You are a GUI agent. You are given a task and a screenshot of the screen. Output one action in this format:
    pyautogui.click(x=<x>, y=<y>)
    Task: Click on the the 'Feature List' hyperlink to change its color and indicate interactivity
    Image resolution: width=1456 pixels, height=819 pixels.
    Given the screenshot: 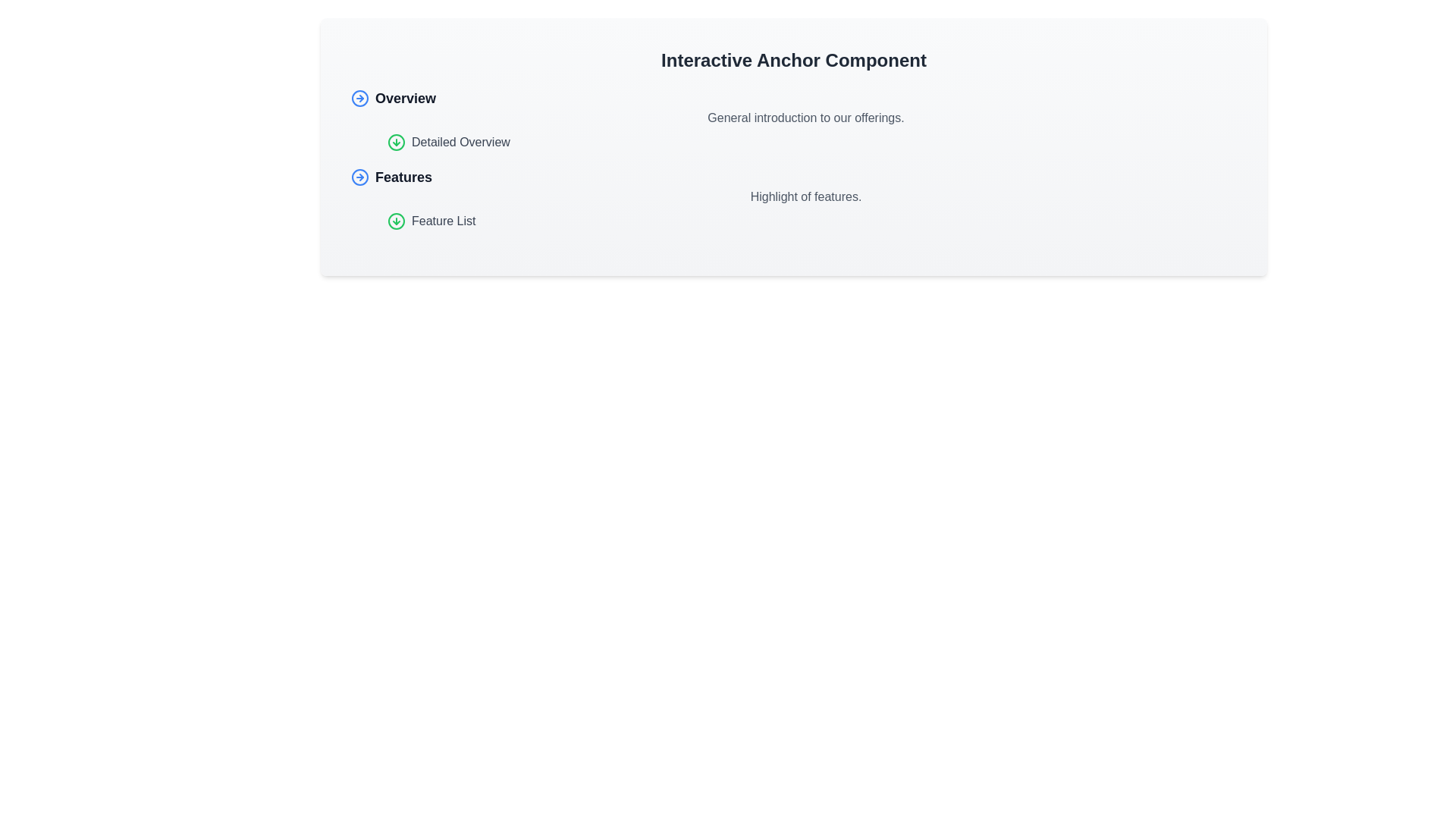 What is the action you would take?
    pyautogui.click(x=443, y=221)
    